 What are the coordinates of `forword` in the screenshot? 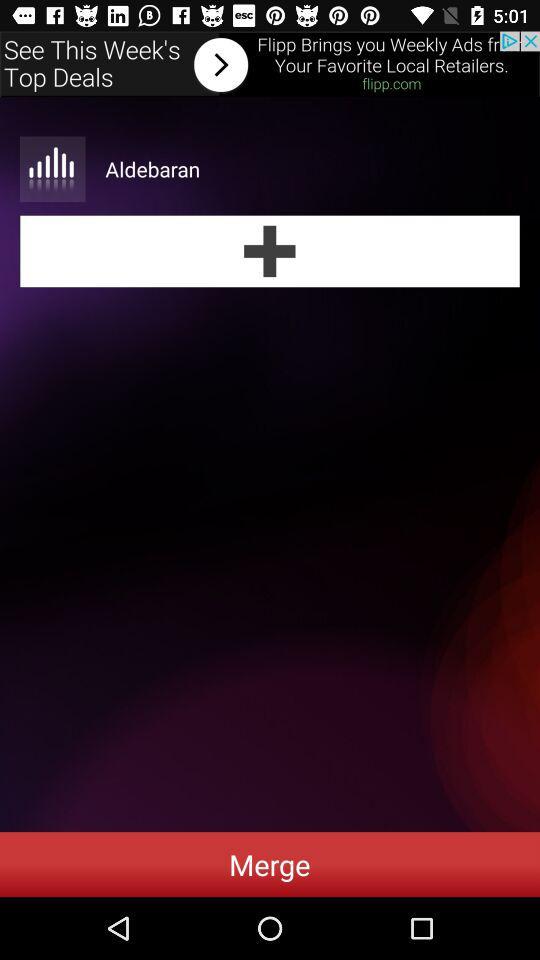 It's located at (270, 64).